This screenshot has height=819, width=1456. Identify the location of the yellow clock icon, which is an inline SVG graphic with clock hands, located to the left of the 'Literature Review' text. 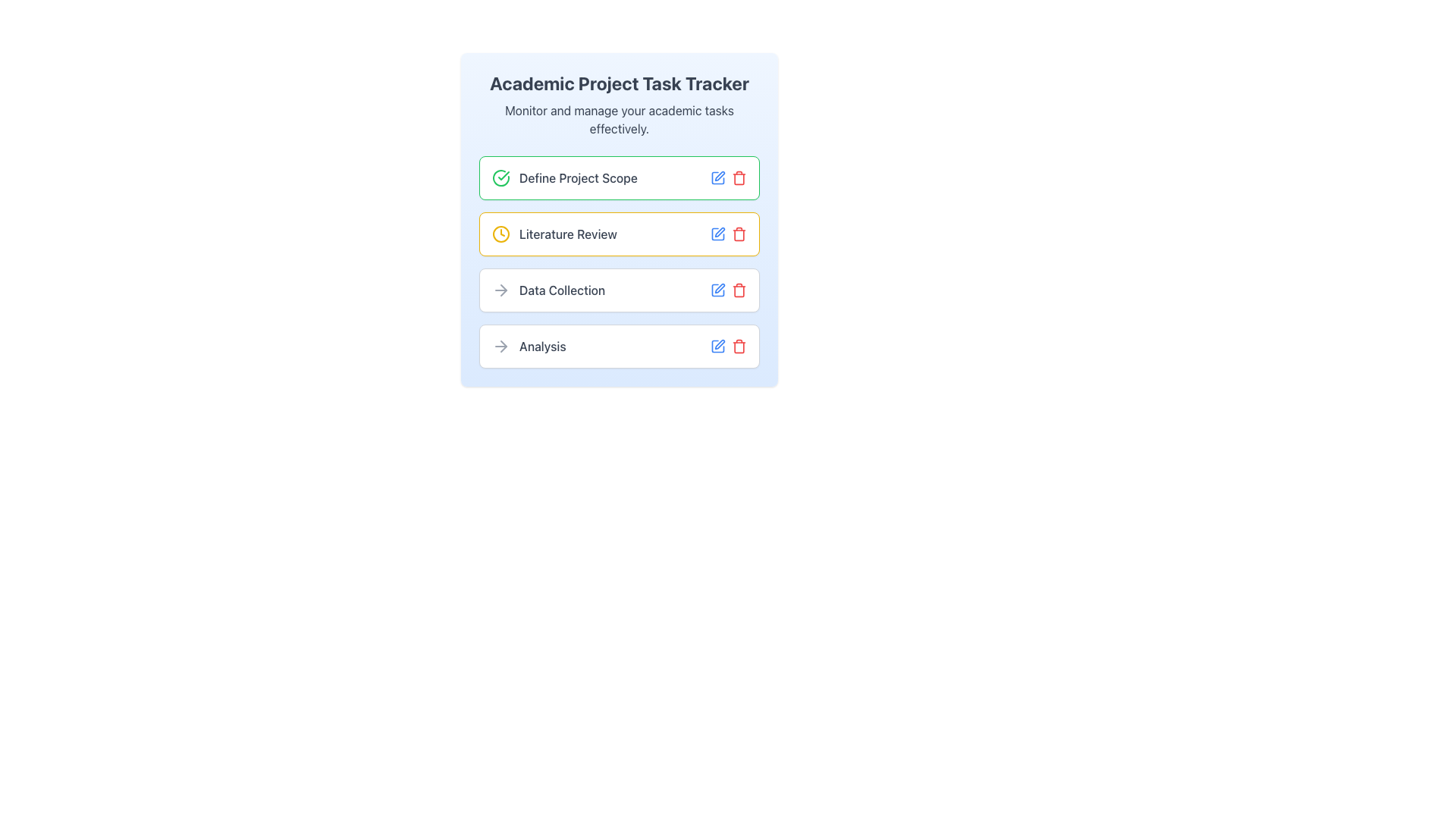
(501, 234).